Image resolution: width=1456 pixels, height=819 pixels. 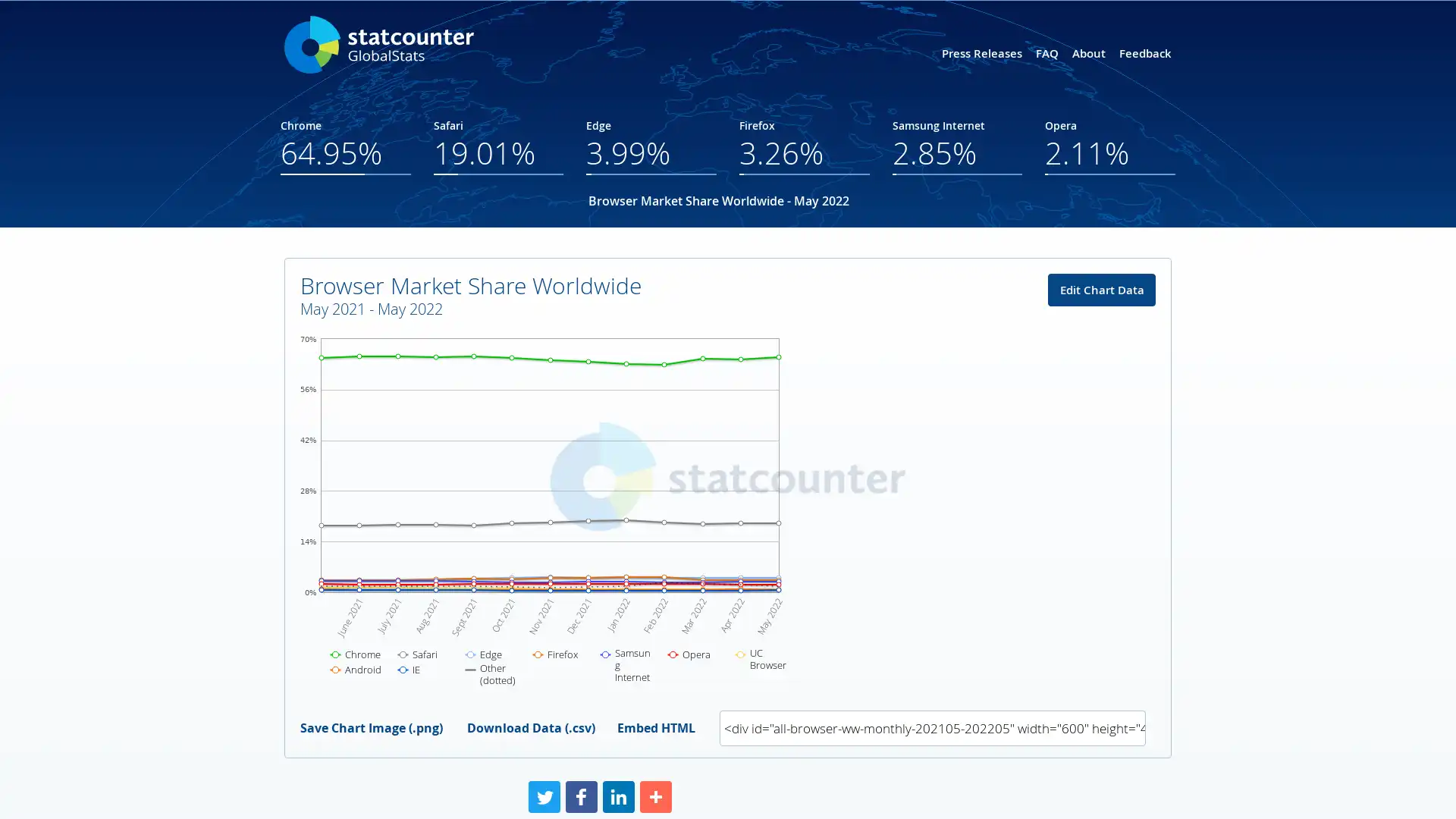 What do you see at coordinates (737, 795) in the screenshot?
I see `Share to LinkedIn LinkedIn` at bounding box center [737, 795].